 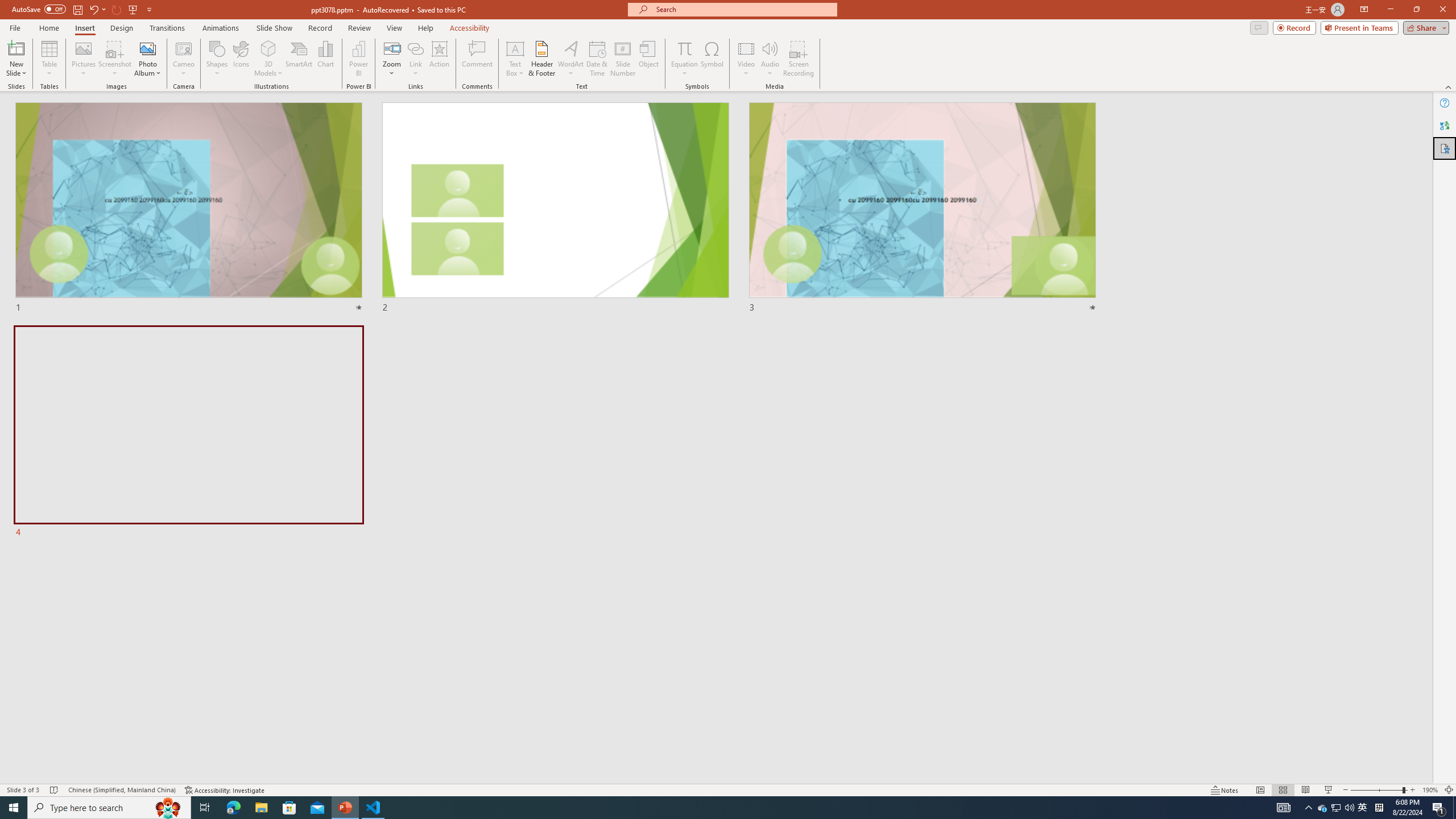 What do you see at coordinates (541, 59) in the screenshot?
I see `'Header & Footer...'` at bounding box center [541, 59].